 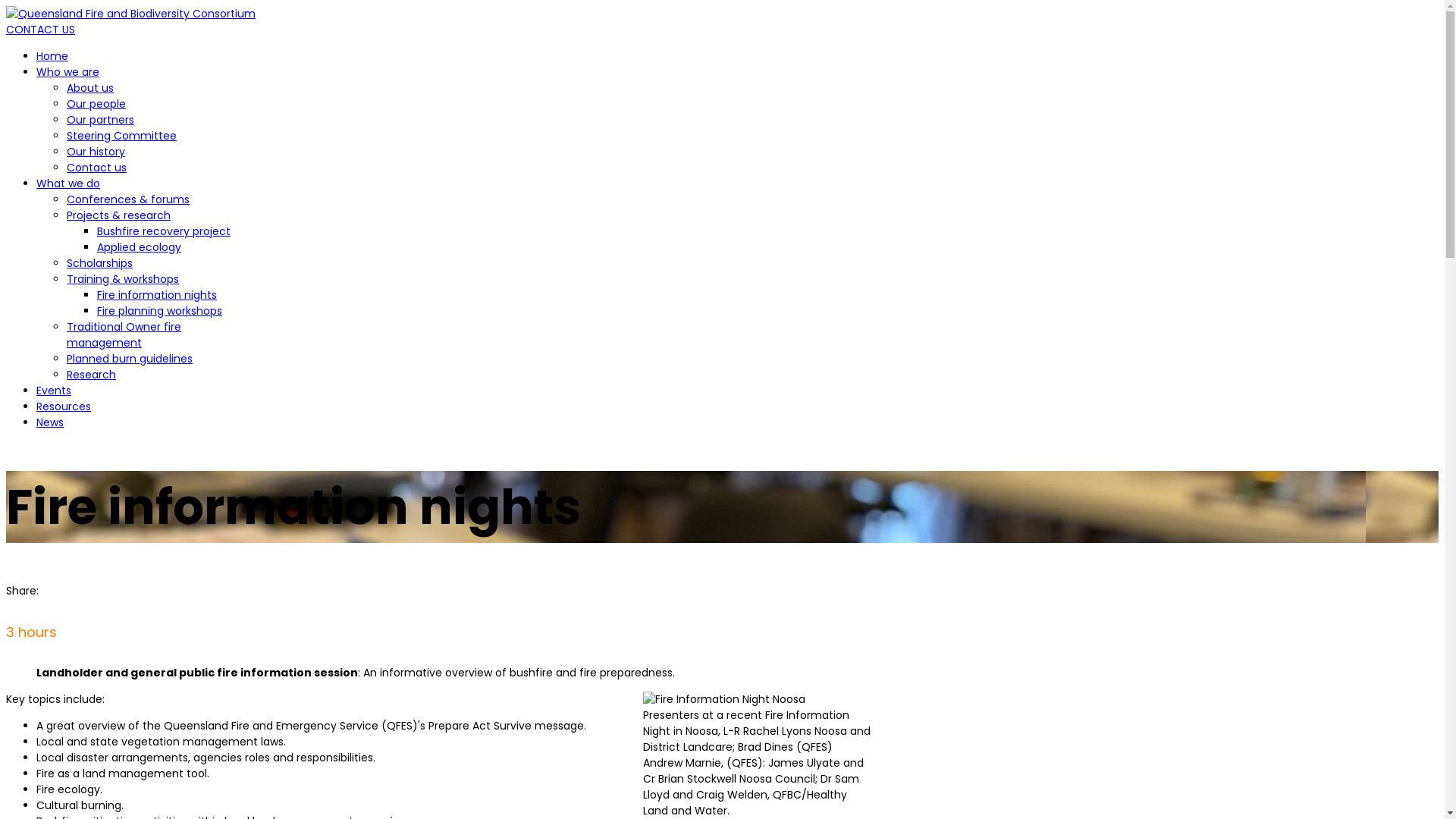 I want to click on 'Projects & research', so click(x=118, y=215).